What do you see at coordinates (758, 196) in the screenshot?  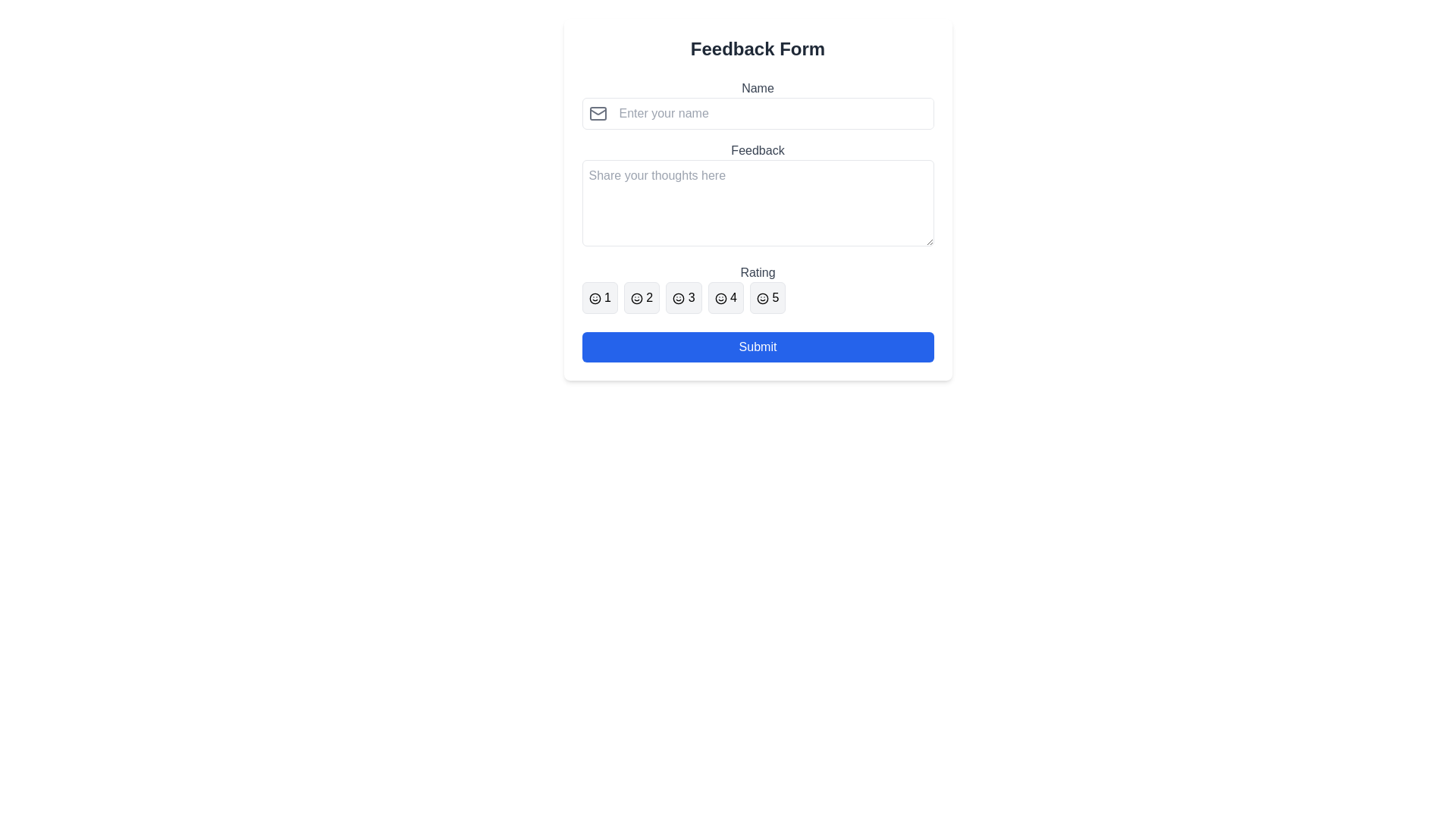 I see `the feedback form input section located centrally just below the title 'Feedback Form', which consists of 'Name', 'Feedback', and 'Rating' sub-sections` at bounding box center [758, 196].